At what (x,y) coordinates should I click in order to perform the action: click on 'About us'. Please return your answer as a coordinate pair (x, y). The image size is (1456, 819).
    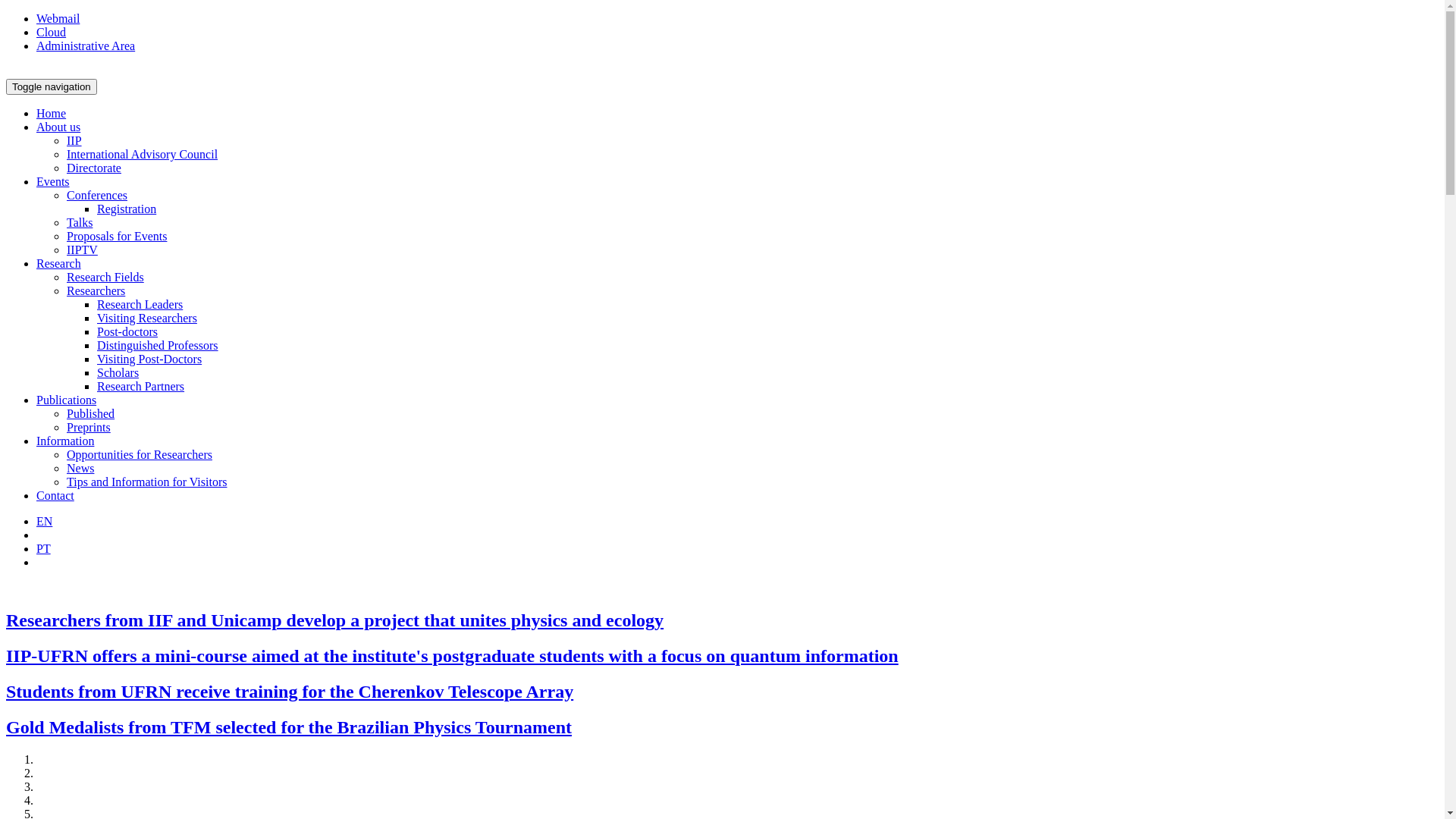
    Looking at the image, I should click on (58, 126).